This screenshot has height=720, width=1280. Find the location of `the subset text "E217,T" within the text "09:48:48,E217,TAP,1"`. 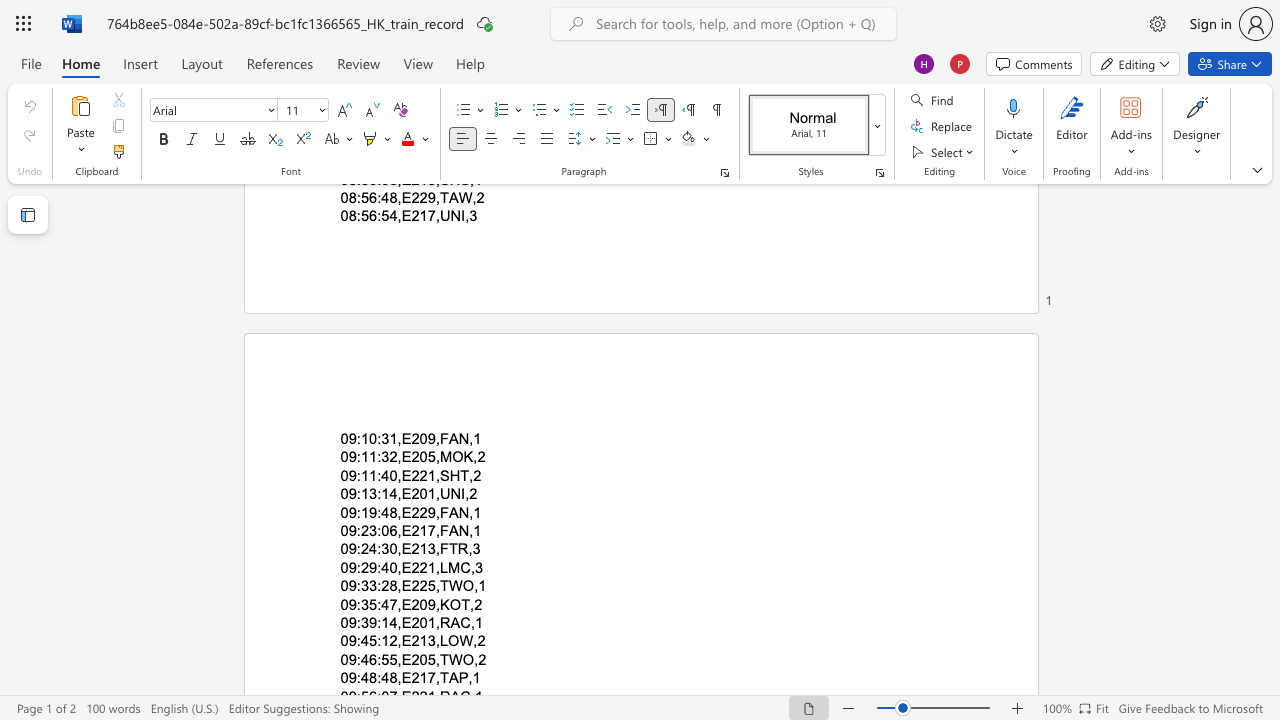

the subset text "E217,T" within the text "09:48:48,E217,TAP,1" is located at coordinates (400, 677).